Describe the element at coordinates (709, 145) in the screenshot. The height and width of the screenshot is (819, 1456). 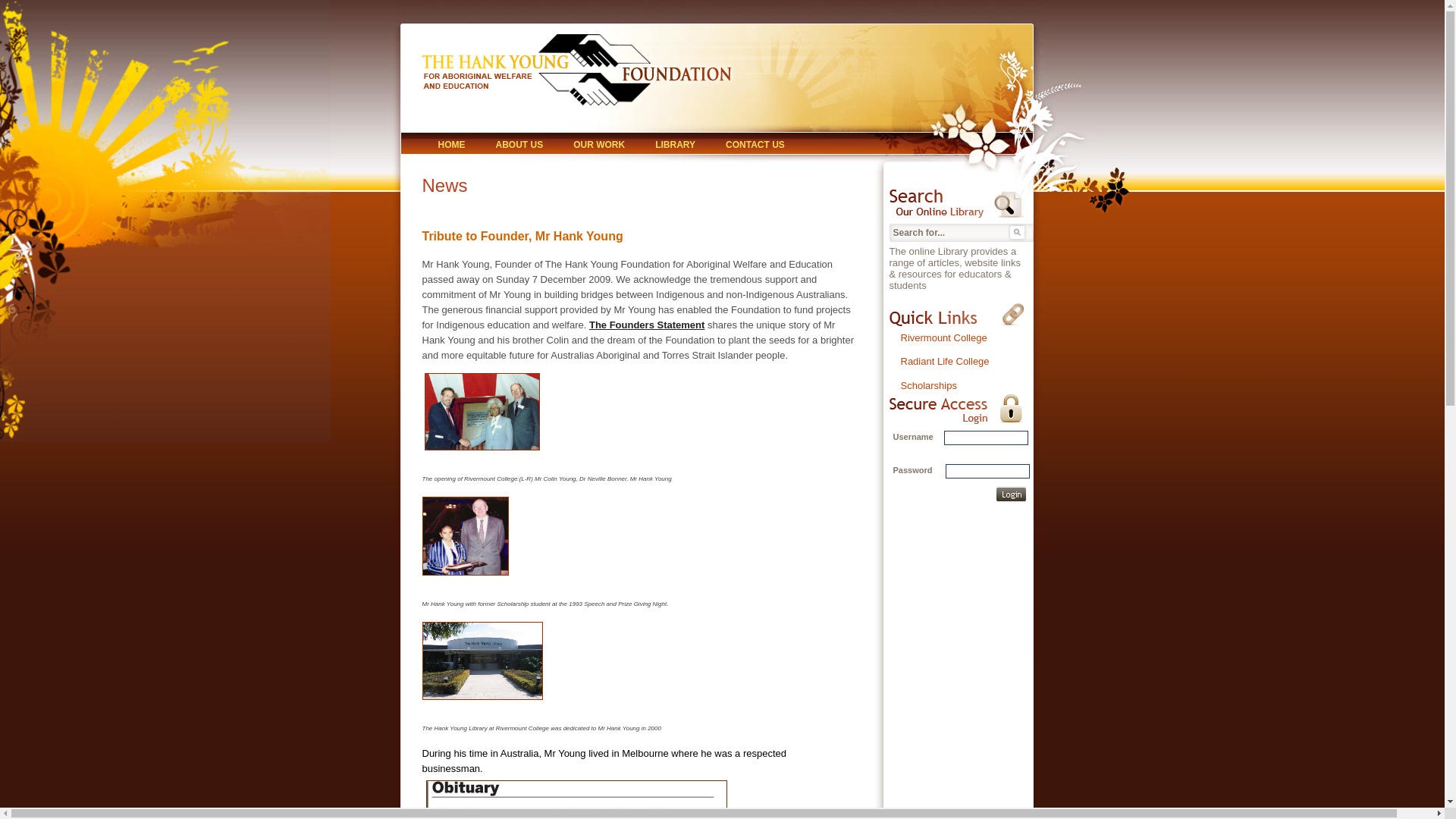
I see `'CONTACT US'` at that location.